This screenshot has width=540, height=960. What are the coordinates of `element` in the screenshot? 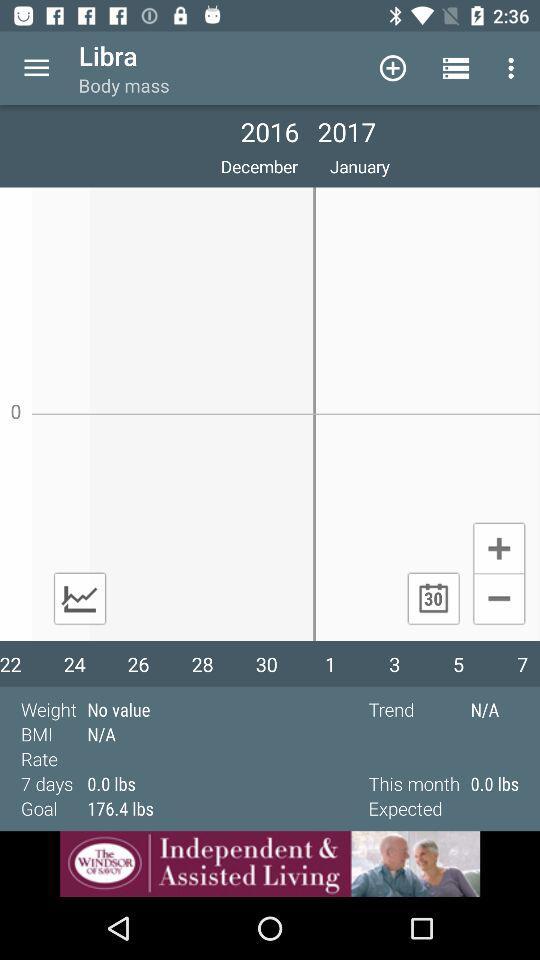 It's located at (498, 547).